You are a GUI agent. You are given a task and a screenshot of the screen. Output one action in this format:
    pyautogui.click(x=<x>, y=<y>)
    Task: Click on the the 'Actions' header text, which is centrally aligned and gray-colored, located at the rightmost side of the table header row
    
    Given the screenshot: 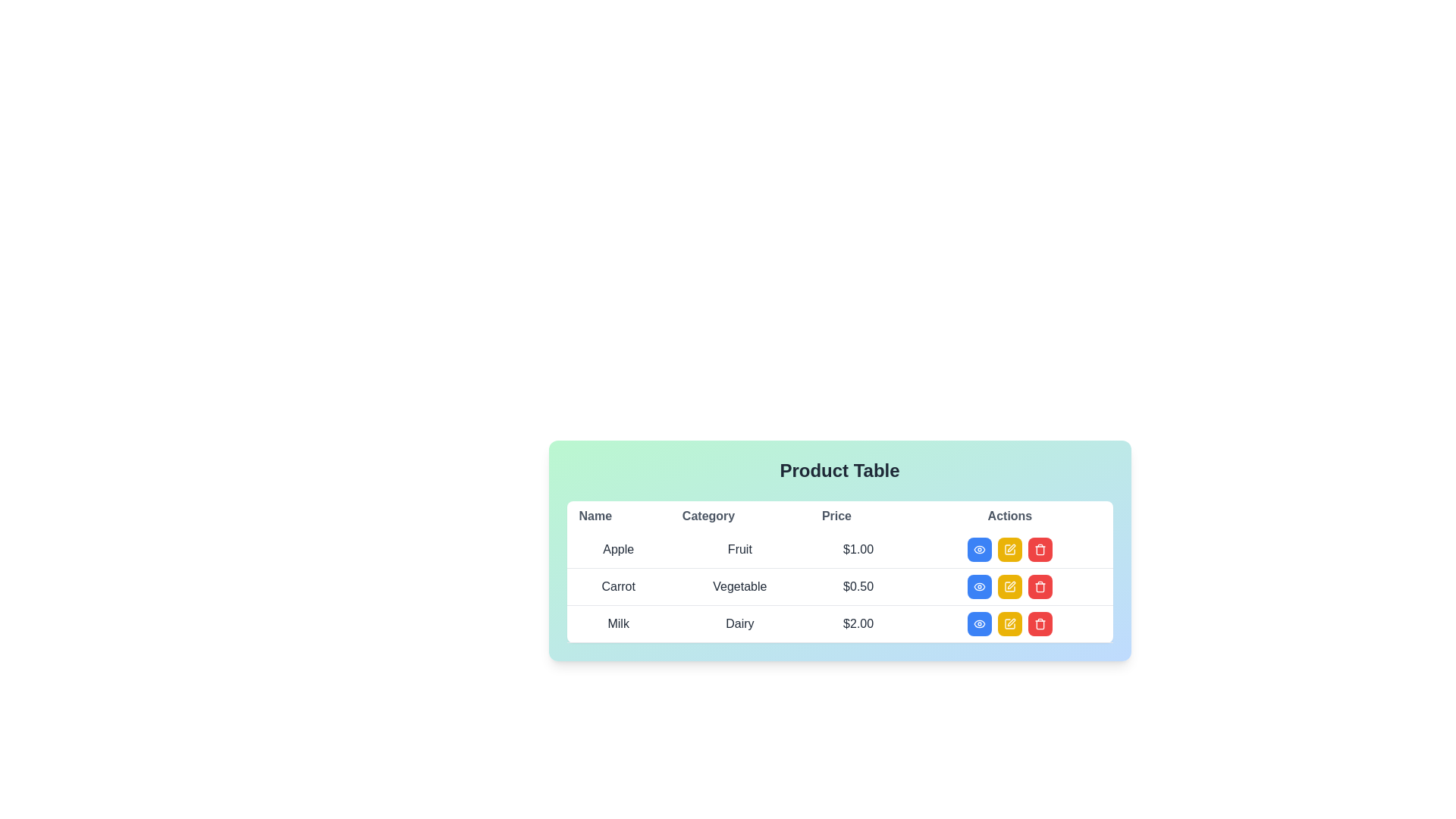 What is the action you would take?
    pyautogui.click(x=1009, y=516)
    